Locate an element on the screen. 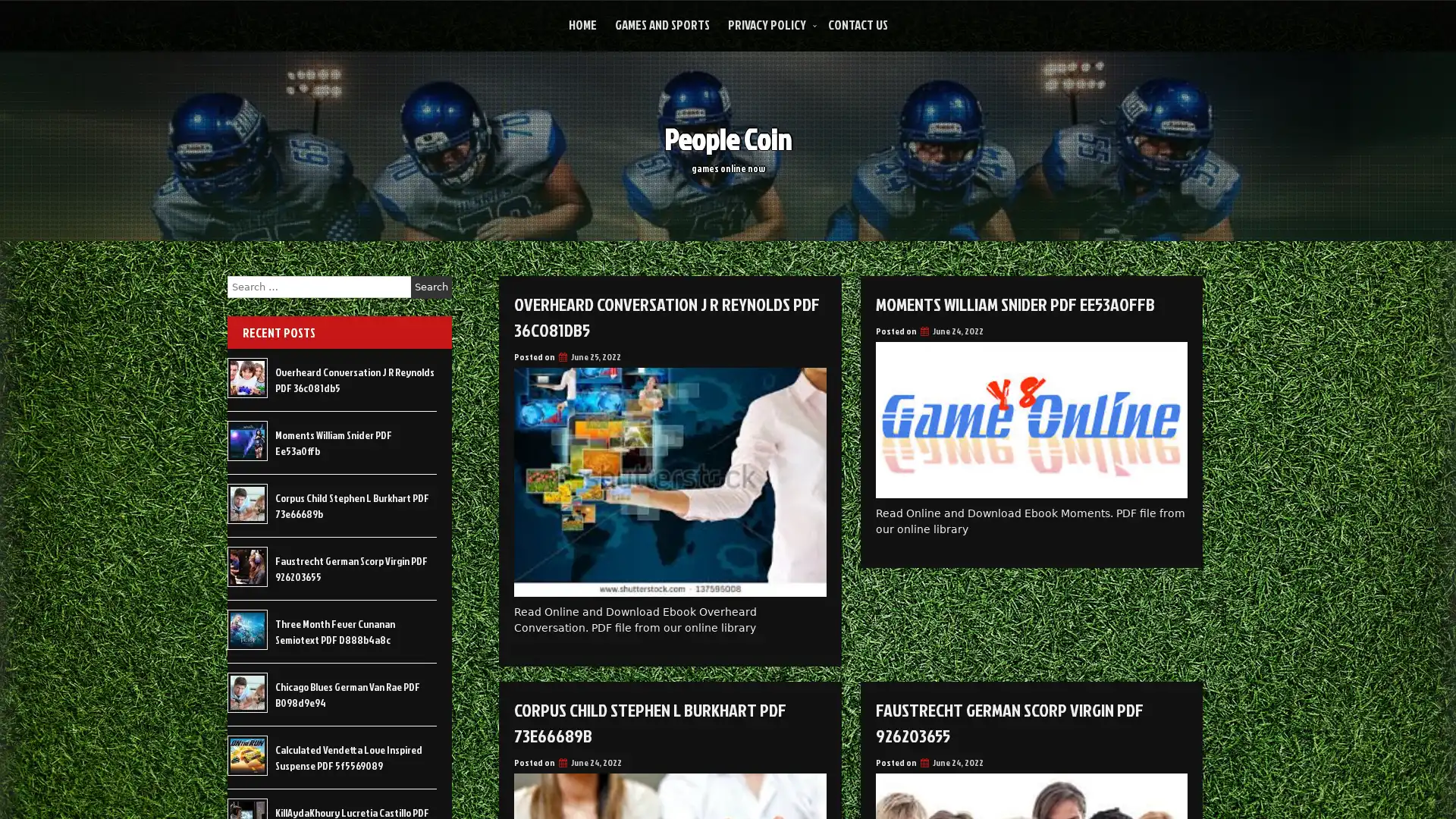  Search is located at coordinates (431, 287).